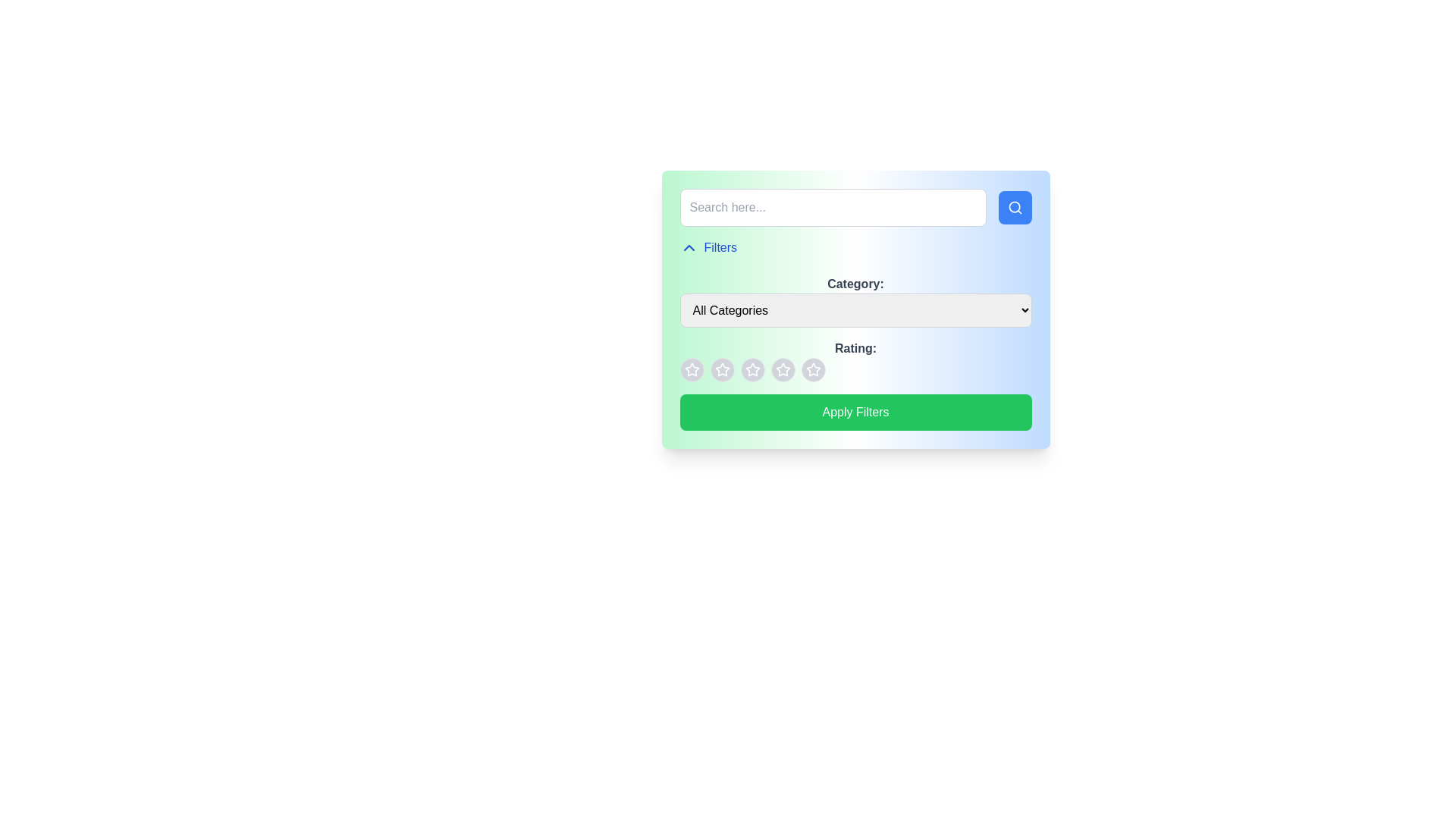  Describe the element at coordinates (1014, 207) in the screenshot. I see `the decorative circular element with a blue outline within the magnifying glass icon, located to the right of the search bar` at that location.